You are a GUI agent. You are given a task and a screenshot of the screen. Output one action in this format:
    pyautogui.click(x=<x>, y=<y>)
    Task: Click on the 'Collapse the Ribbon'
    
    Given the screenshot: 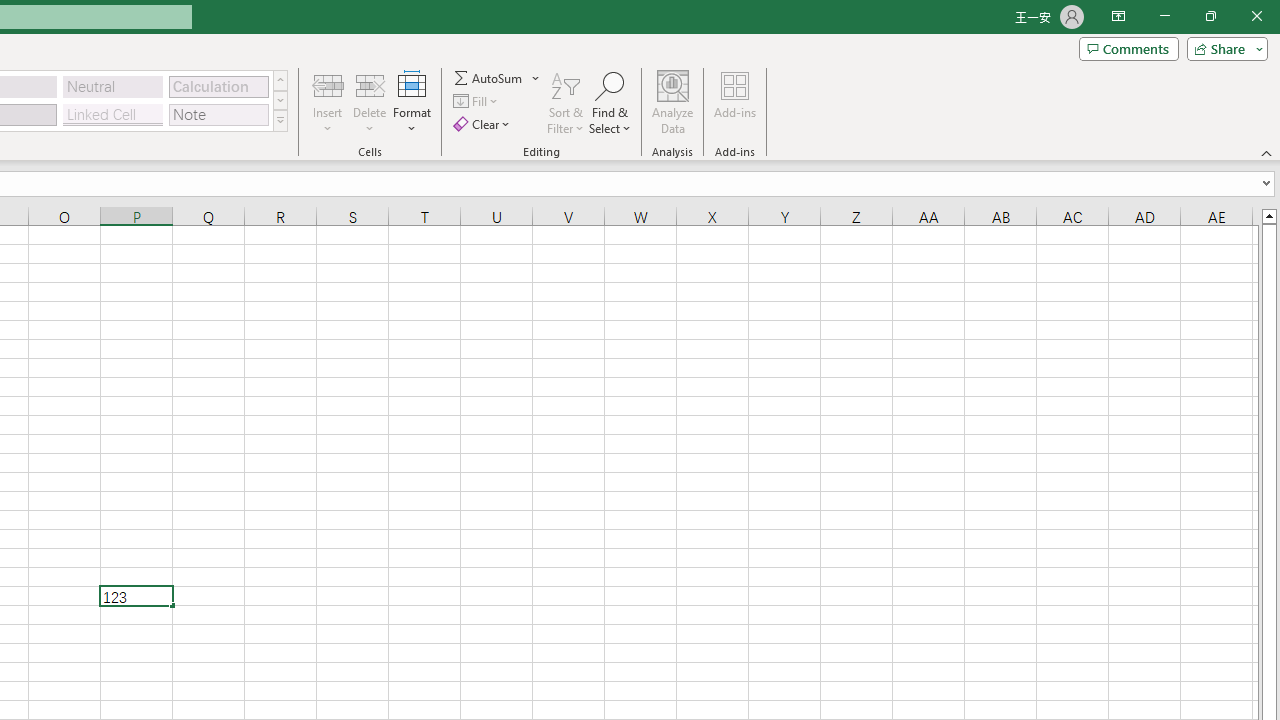 What is the action you would take?
    pyautogui.click(x=1266, y=152)
    